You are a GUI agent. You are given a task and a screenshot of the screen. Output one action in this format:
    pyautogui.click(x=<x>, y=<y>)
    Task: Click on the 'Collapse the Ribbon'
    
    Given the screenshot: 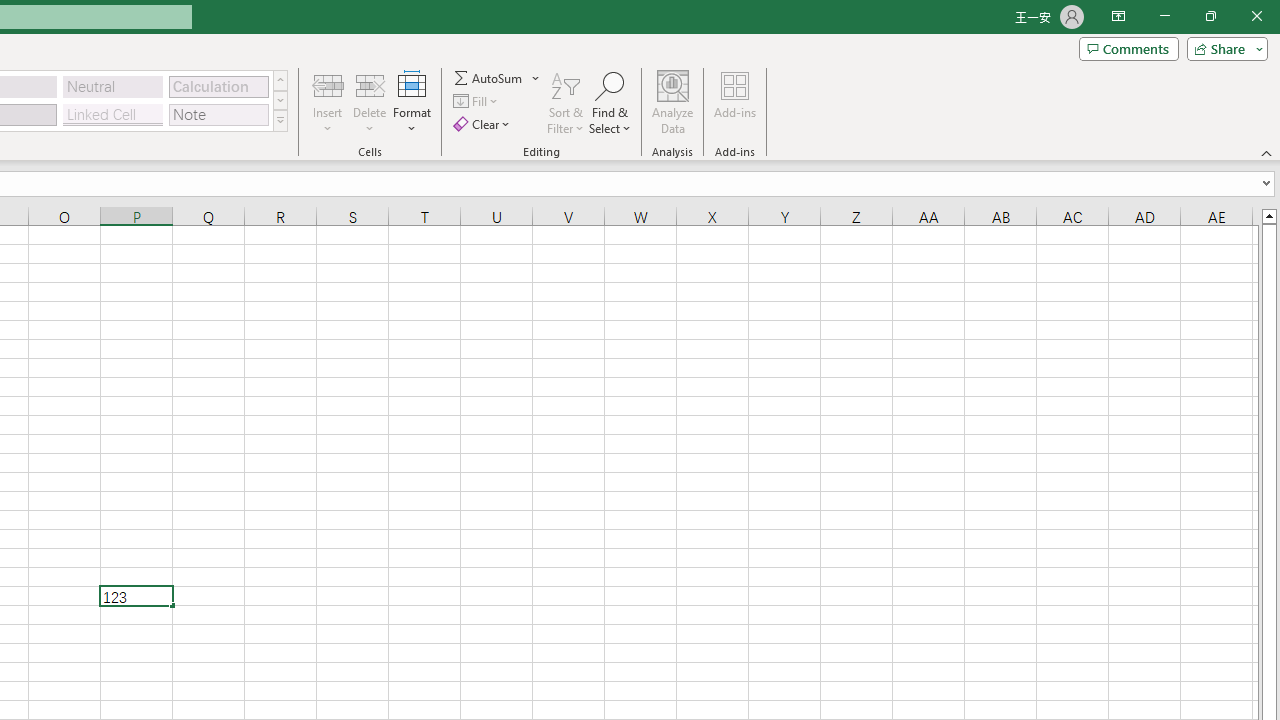 What is the action you would take?
    pyautogui.click(x=1266, y=152)
    